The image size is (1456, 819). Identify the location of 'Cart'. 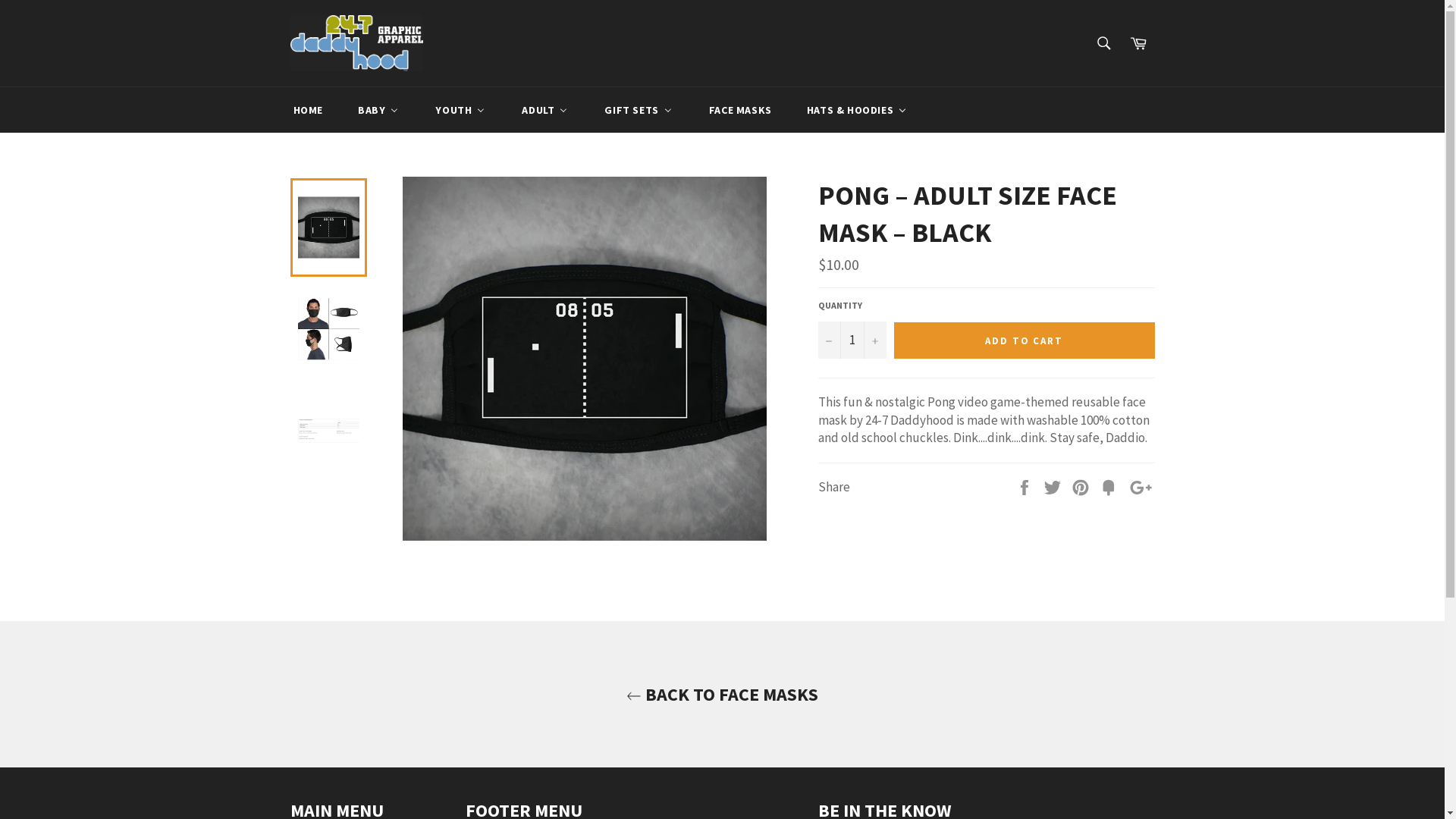
(1138, 42).